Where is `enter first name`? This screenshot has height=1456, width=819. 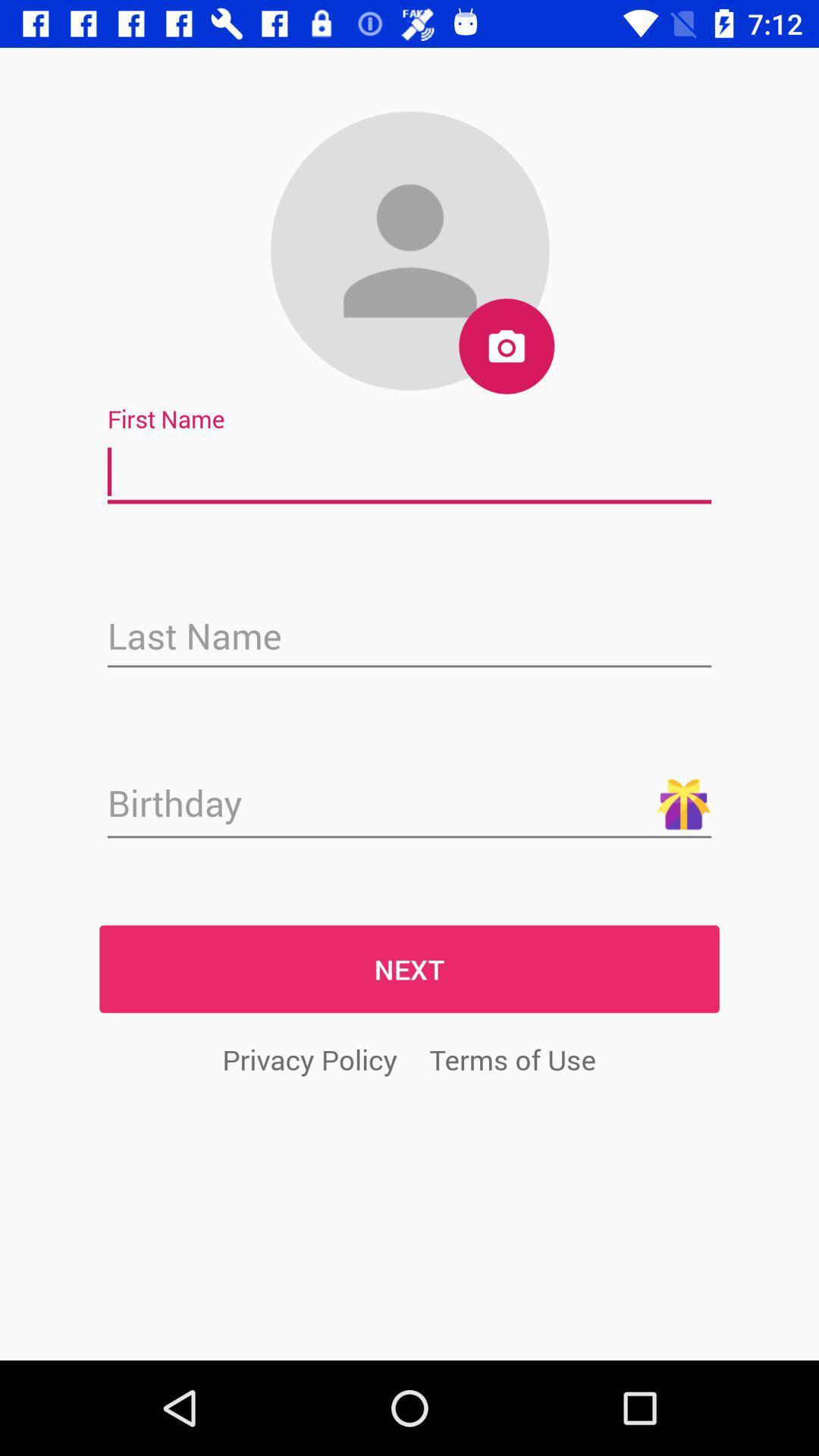
enter first name is located at coordinates (409, 472).